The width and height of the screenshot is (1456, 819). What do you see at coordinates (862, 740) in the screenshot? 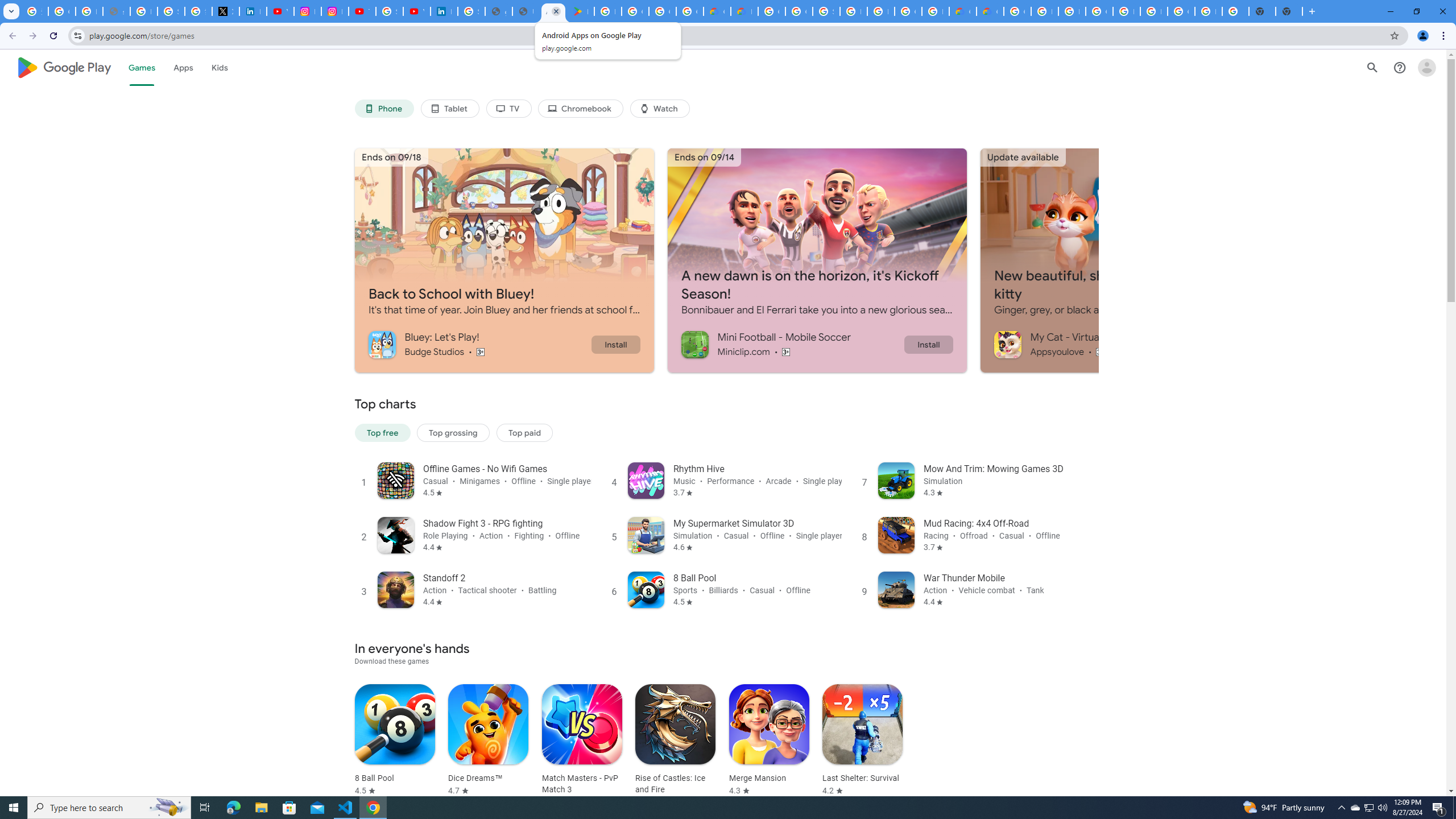
I see `'Last Shelter: Survival Rated 4.2 stars out of five stars'` at bounding box center [862, 740].